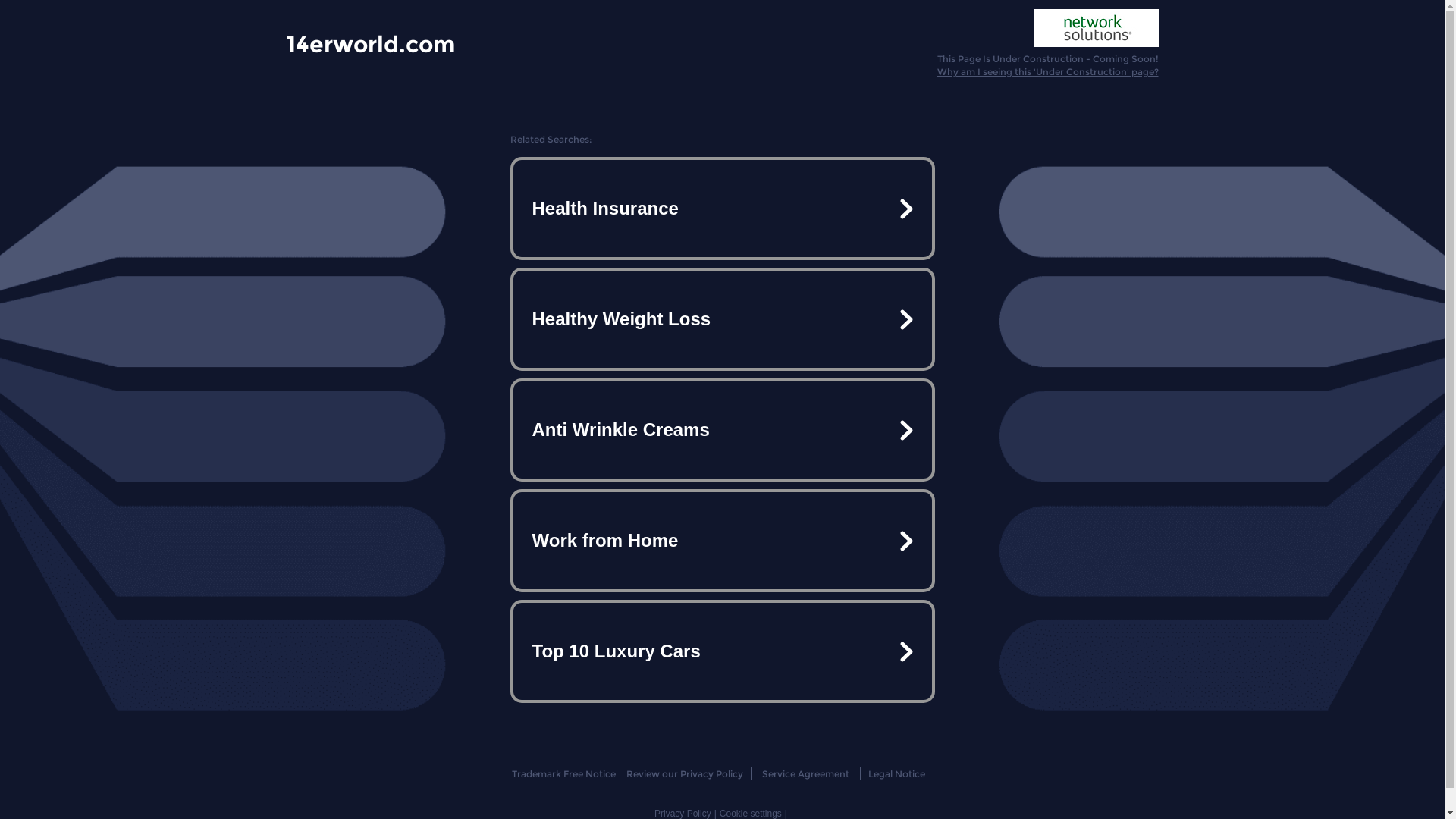  Describe the element at coordinates (896, 773) in the screenshot. I see `'Legal Notice'` at that location.